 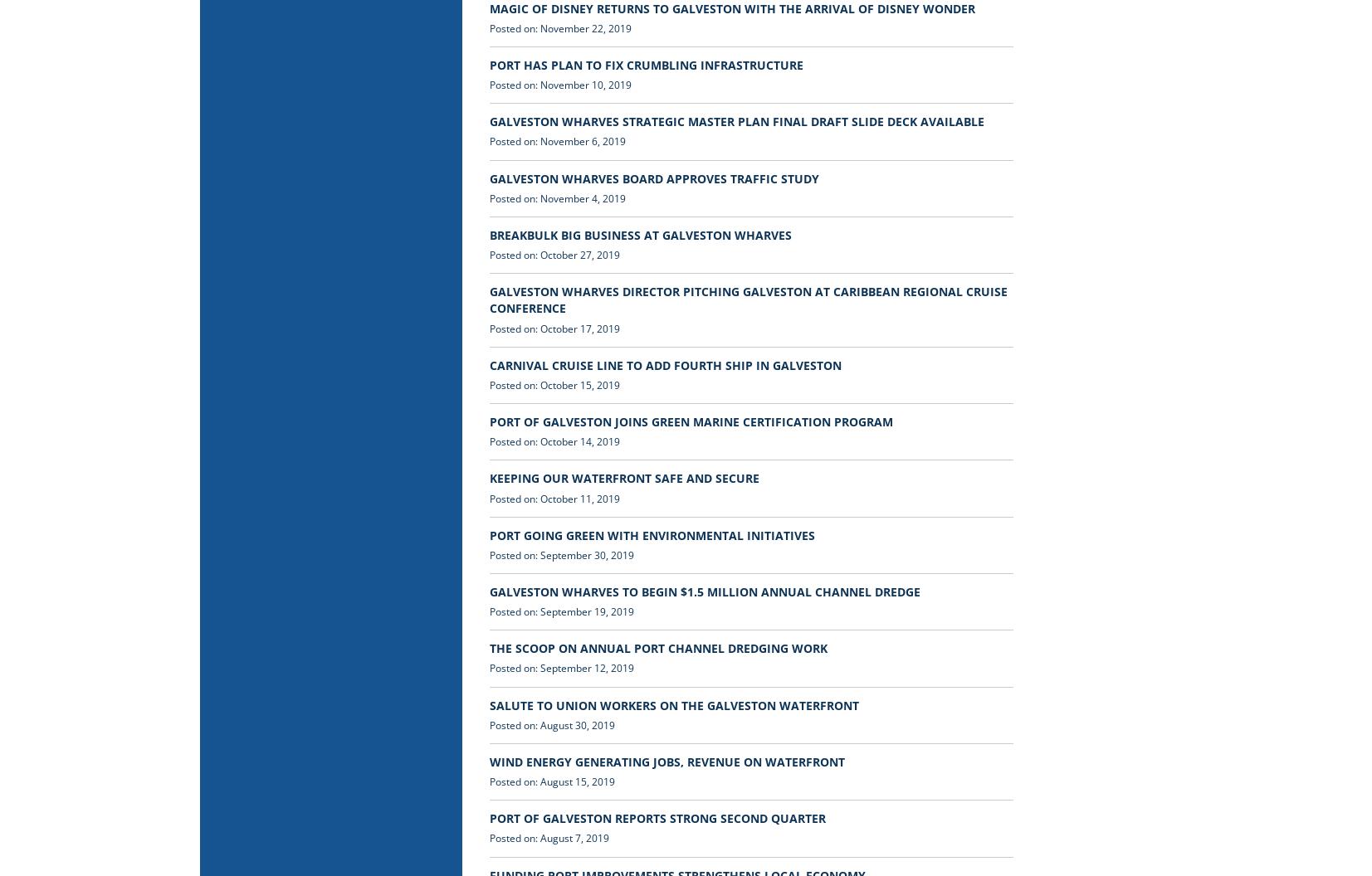 What do you see at coordinates (488, 668) in the screenshot?
I see `'Posted on: September 12, 2019'` at bounding box center [488, 668].